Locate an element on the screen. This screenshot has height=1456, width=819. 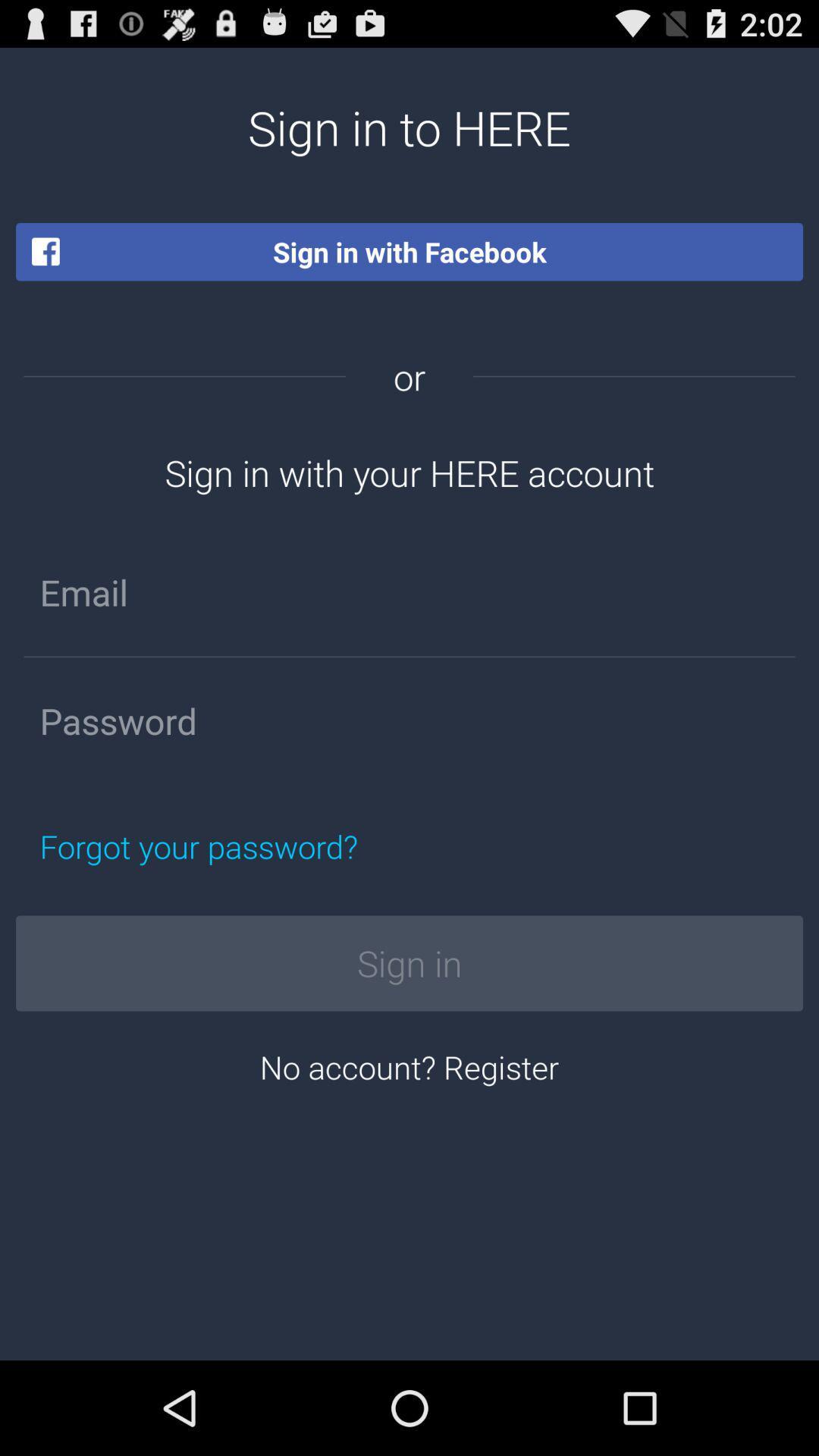
the forgot your password? is located at coordinates (269, 846).